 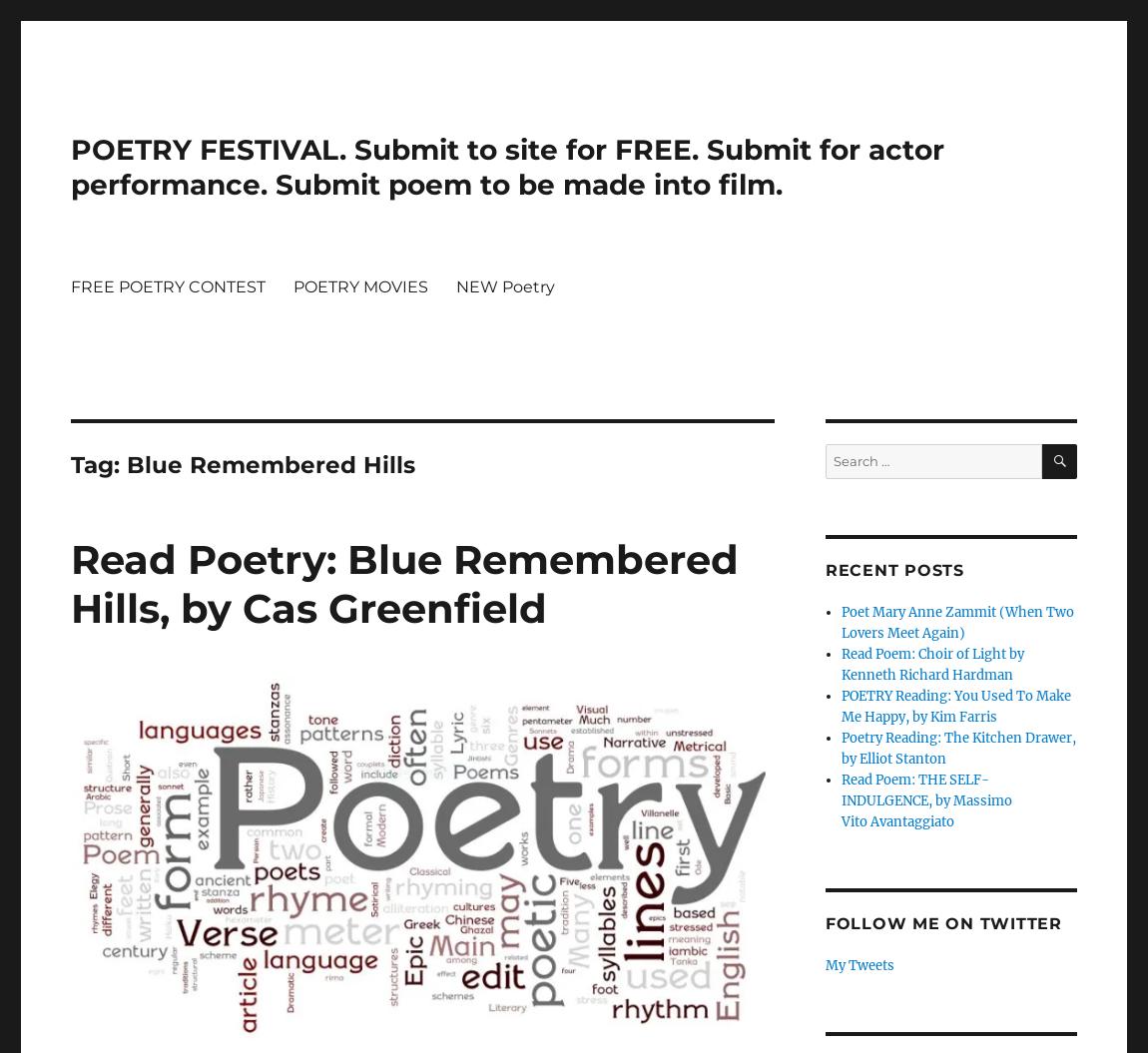 I want to click on 'POETRY Reading: You Used To Make Me Happy, by Kim Farris', so click(x=955, y=707).